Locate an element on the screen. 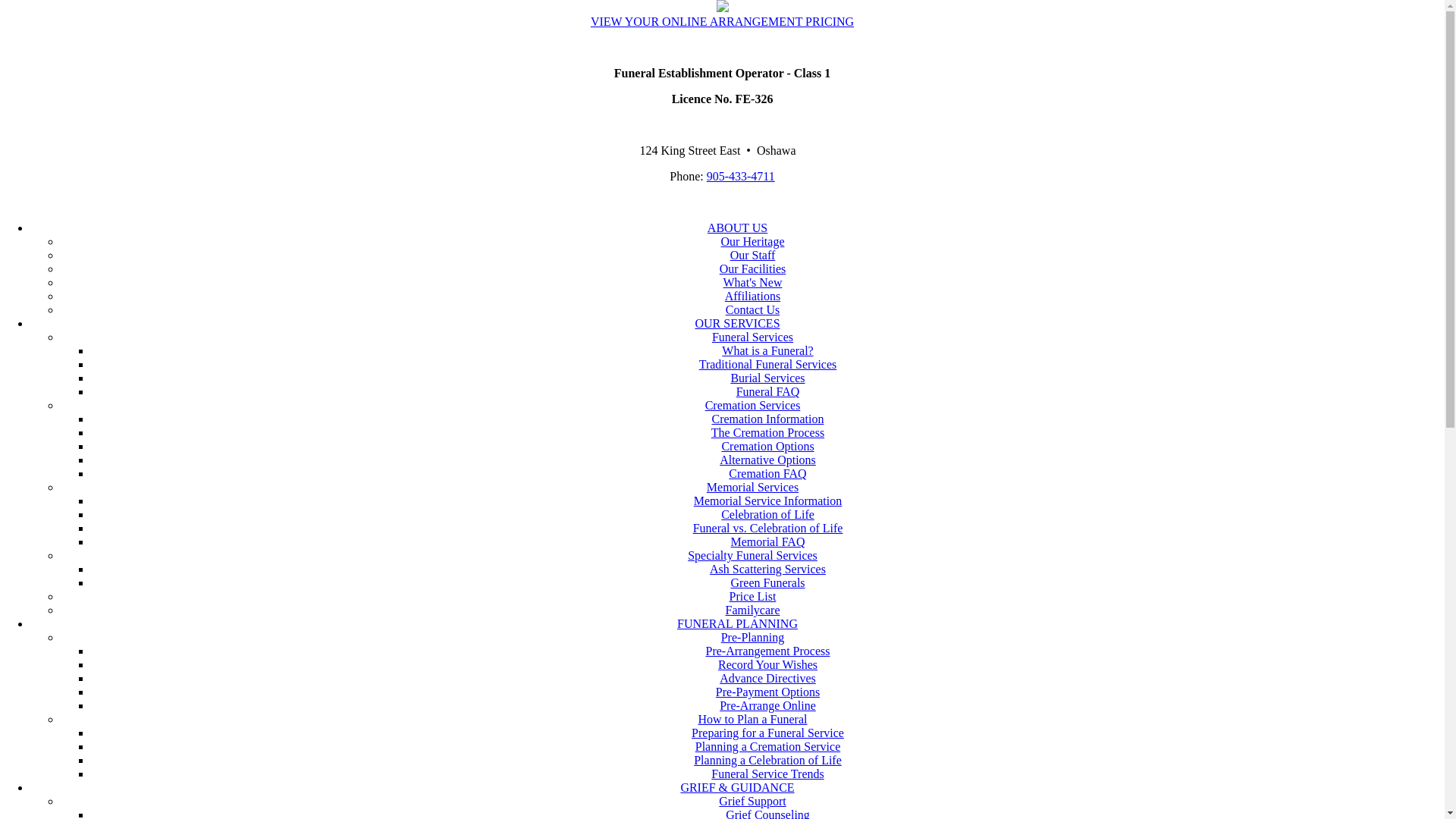 This screenshot has width=1456, height=819. 'Our Staff' is located at coordinates (753, 254).